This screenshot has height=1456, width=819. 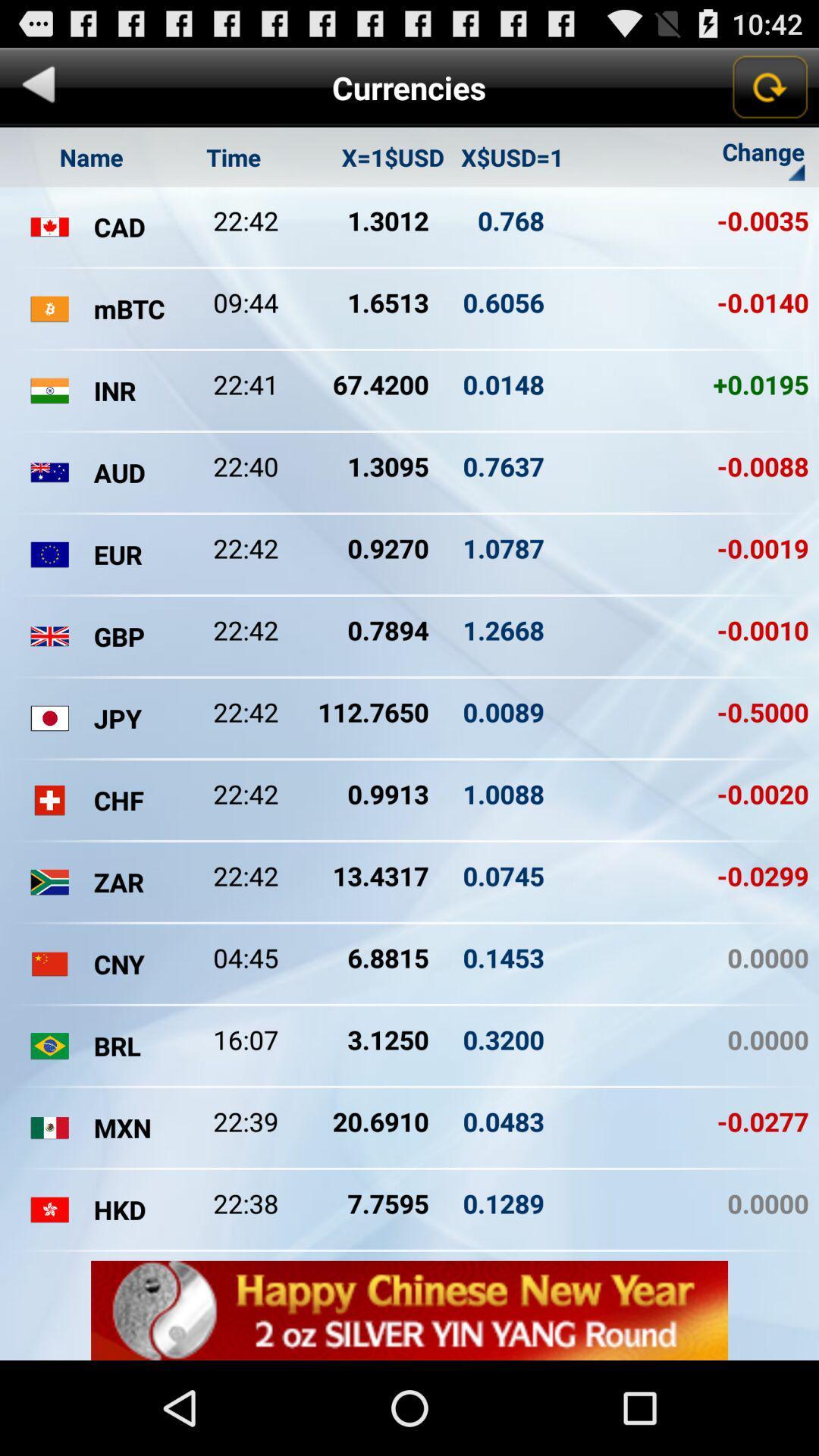 What do you see at coordinates (409, 1310) in the screenshot?
I see `advertisement` at bounding box center [409, 1310].